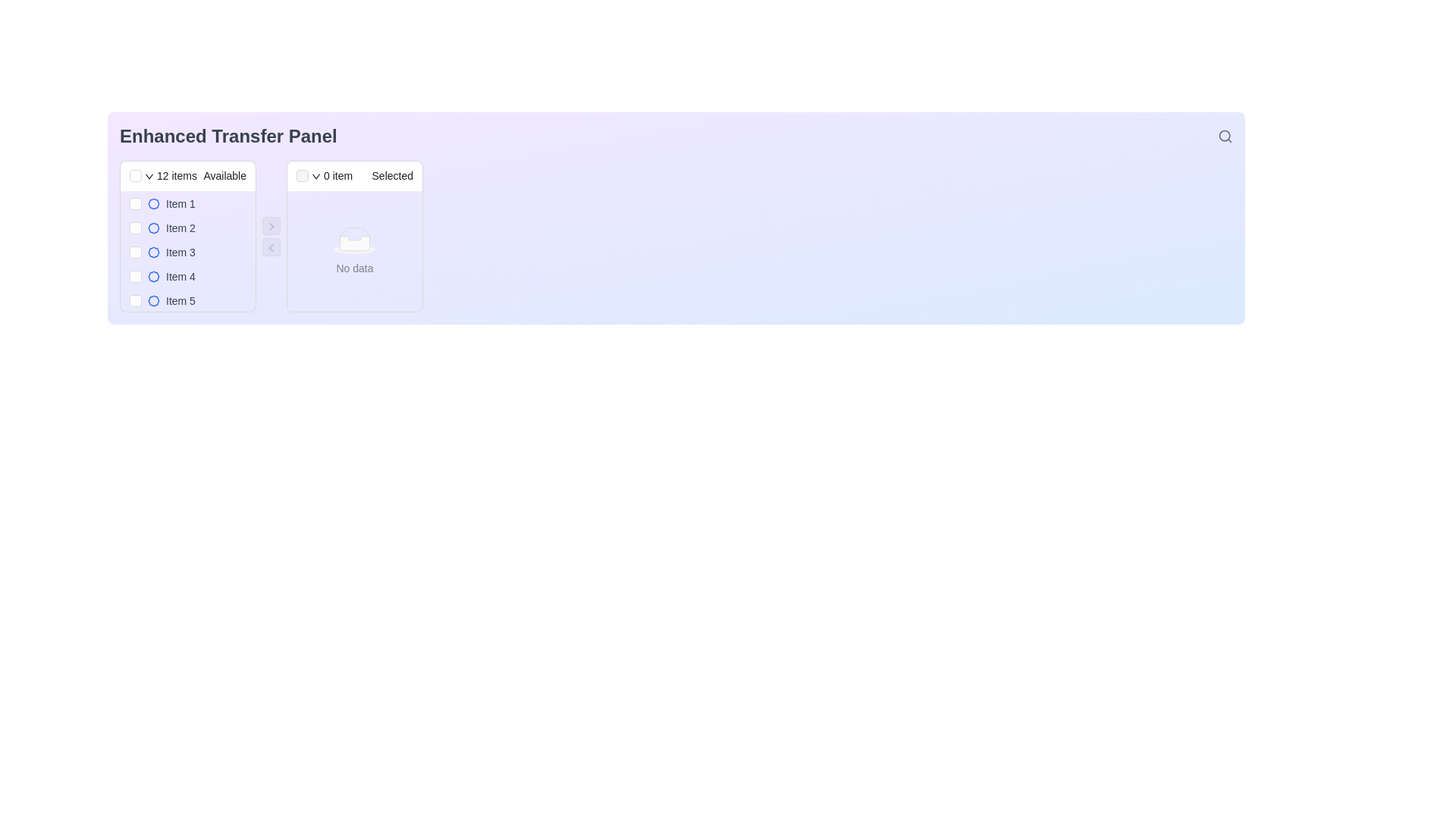 Image resolution: width=1456 pixels, height=819 pixels. Describe the element at coordinates (353, 267) in the screenshot. I see `the text label displaying 'No data' that is centered below the graphical placeholder in the 'Selected' column of the transfer panel interface` at that location.